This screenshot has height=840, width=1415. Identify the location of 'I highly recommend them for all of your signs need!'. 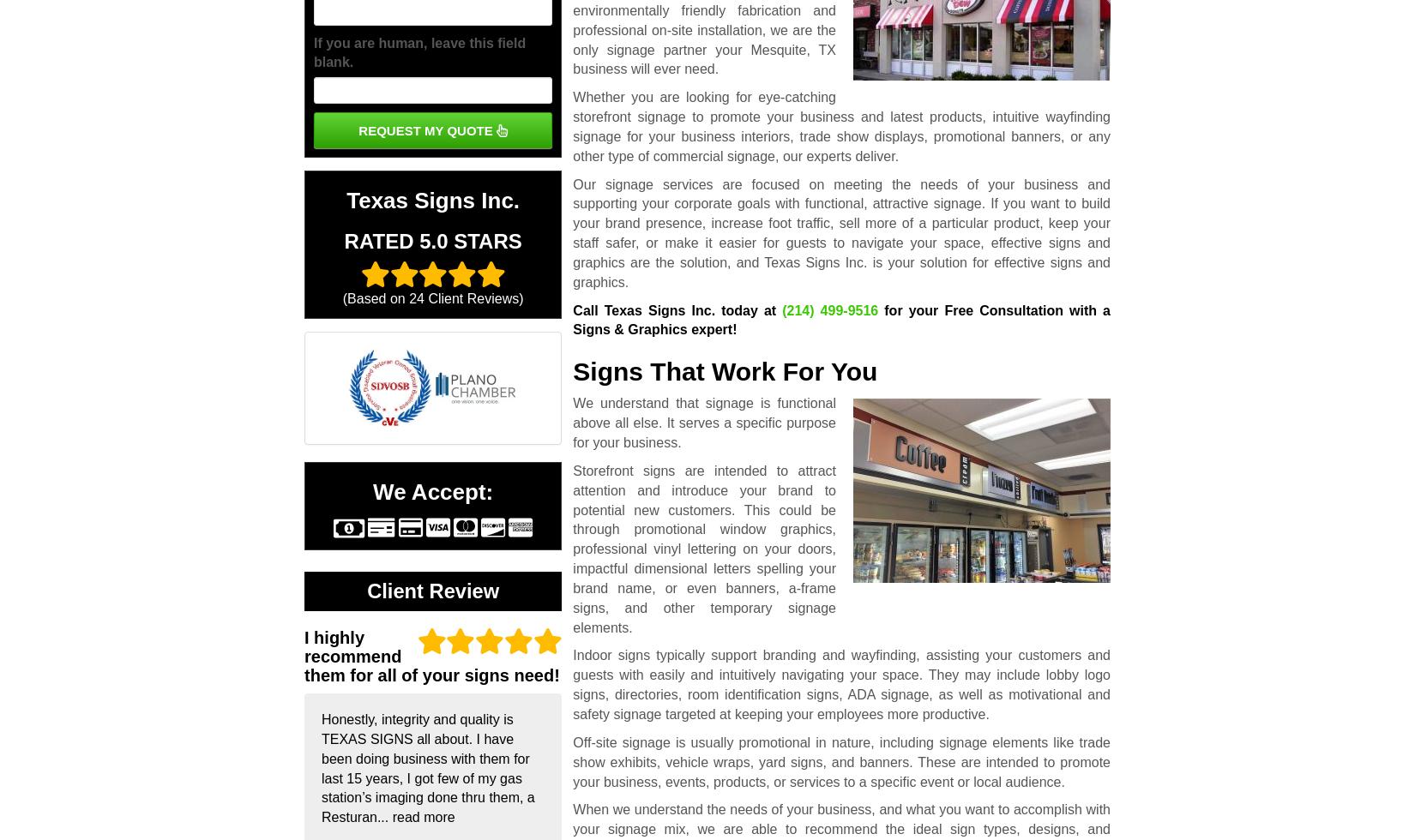
(431, 655).